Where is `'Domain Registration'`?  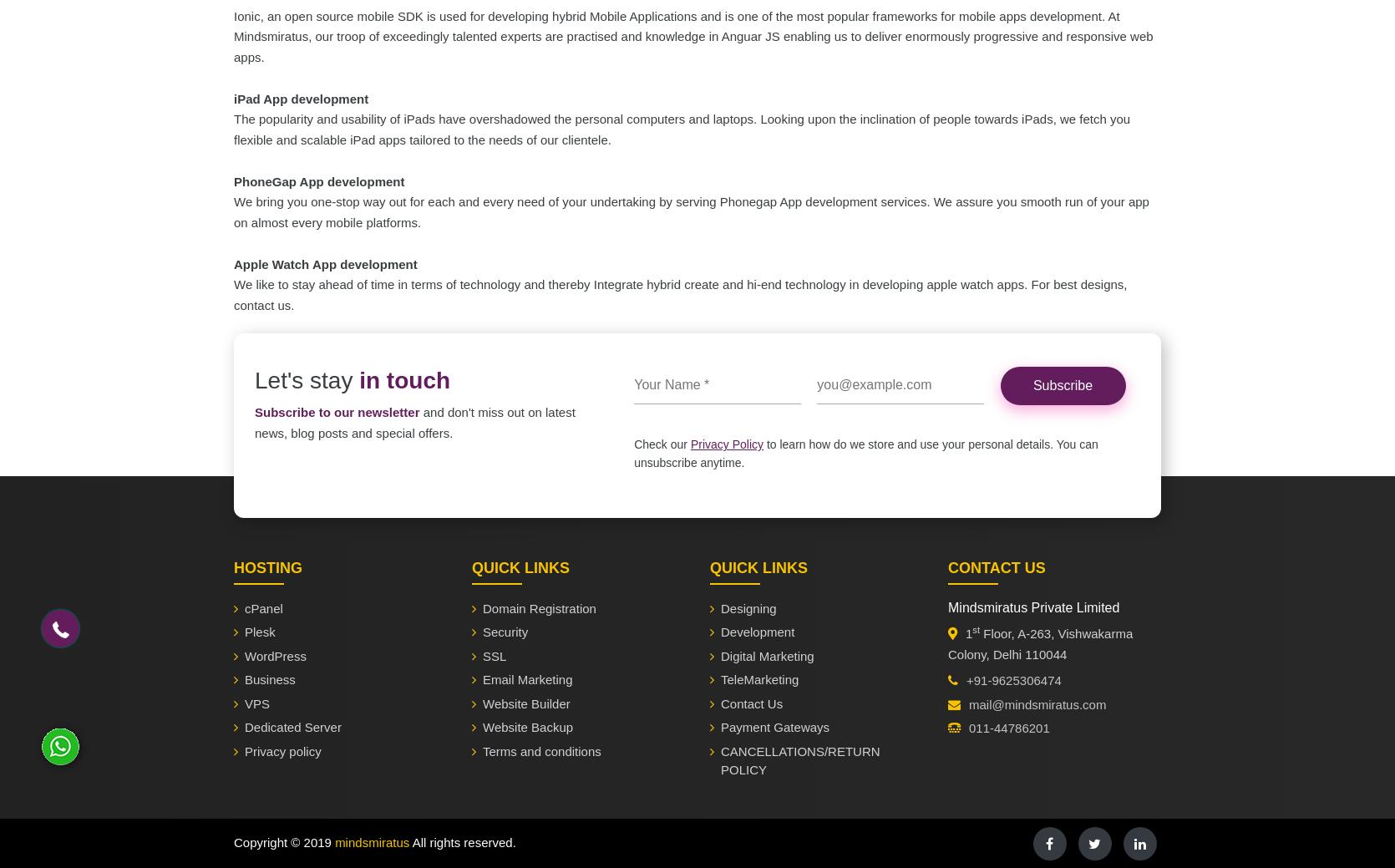
'Domain Registration' is located at coordinates (538, 607).